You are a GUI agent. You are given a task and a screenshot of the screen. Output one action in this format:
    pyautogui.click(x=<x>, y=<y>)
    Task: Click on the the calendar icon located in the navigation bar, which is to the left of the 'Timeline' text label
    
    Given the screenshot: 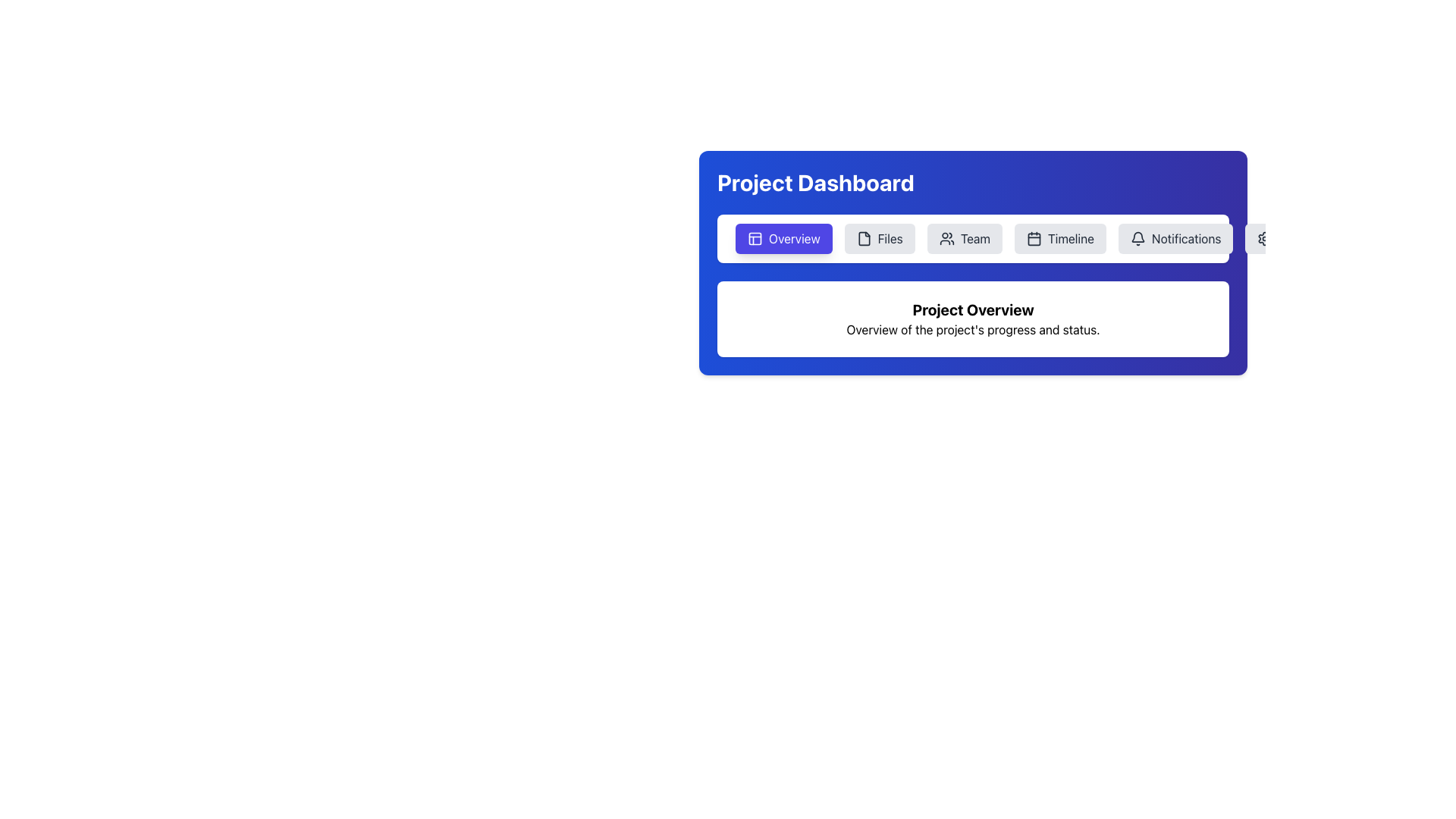 What is the action you would take?
    pyautogui.click(x=1033, y=239)
    